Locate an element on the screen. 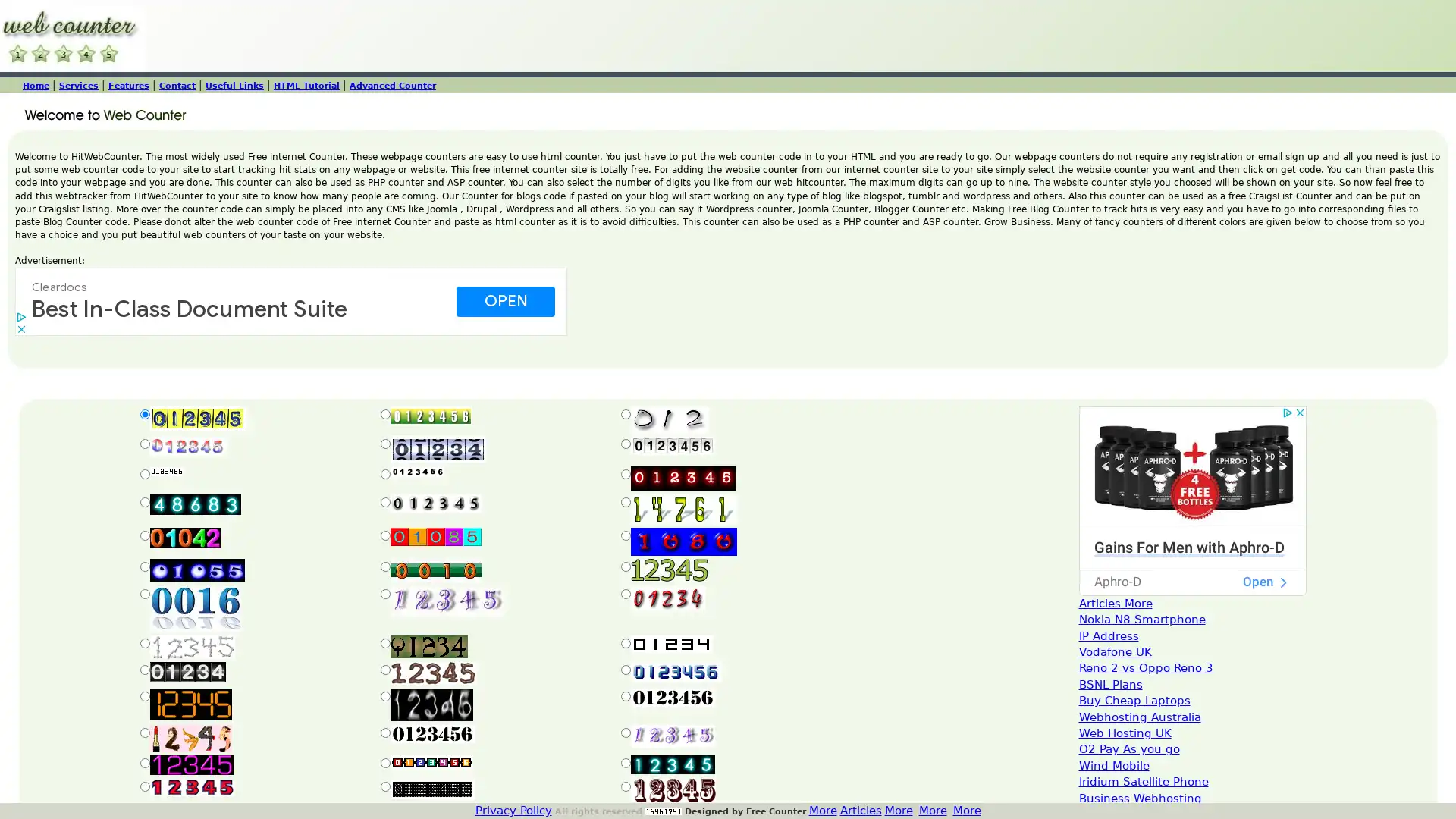 Image resolution: width=1456 pixels, height=819 pixels. Submit is located at coordinates (187, 444).